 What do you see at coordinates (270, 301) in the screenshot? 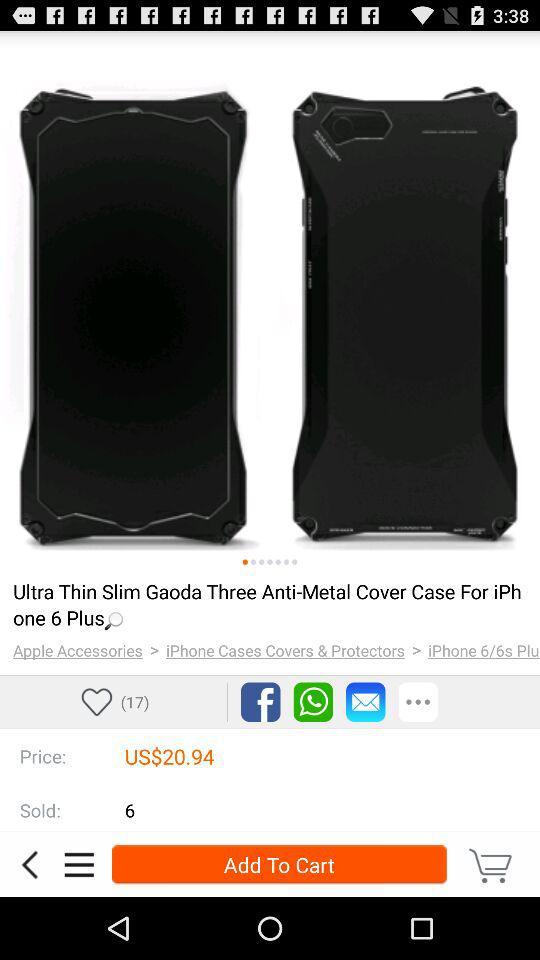
I see `product` at bounding box center [270, 301].